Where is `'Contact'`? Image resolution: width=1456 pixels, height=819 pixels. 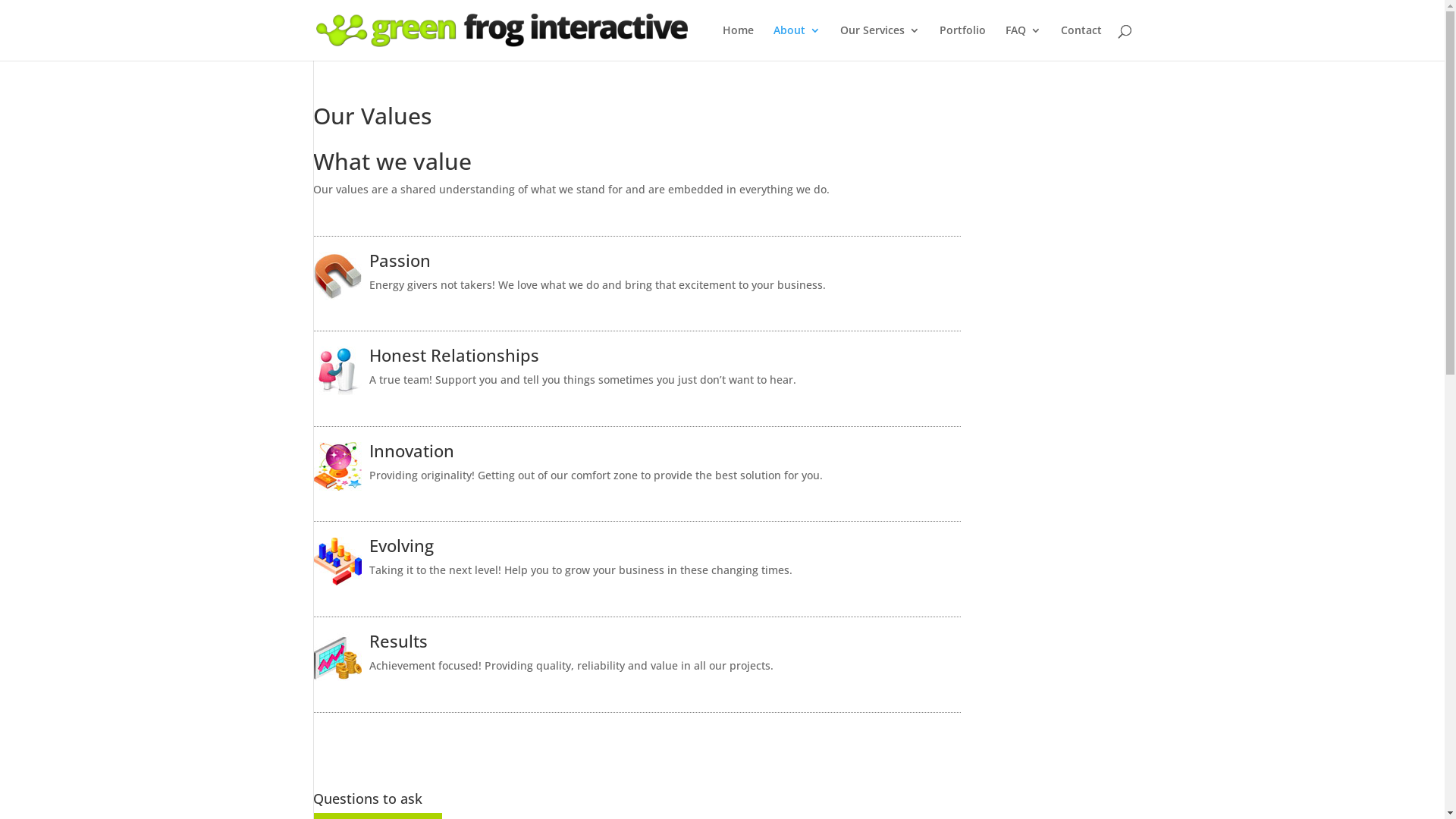
'Contact' is located at coordinates (1080, 42).